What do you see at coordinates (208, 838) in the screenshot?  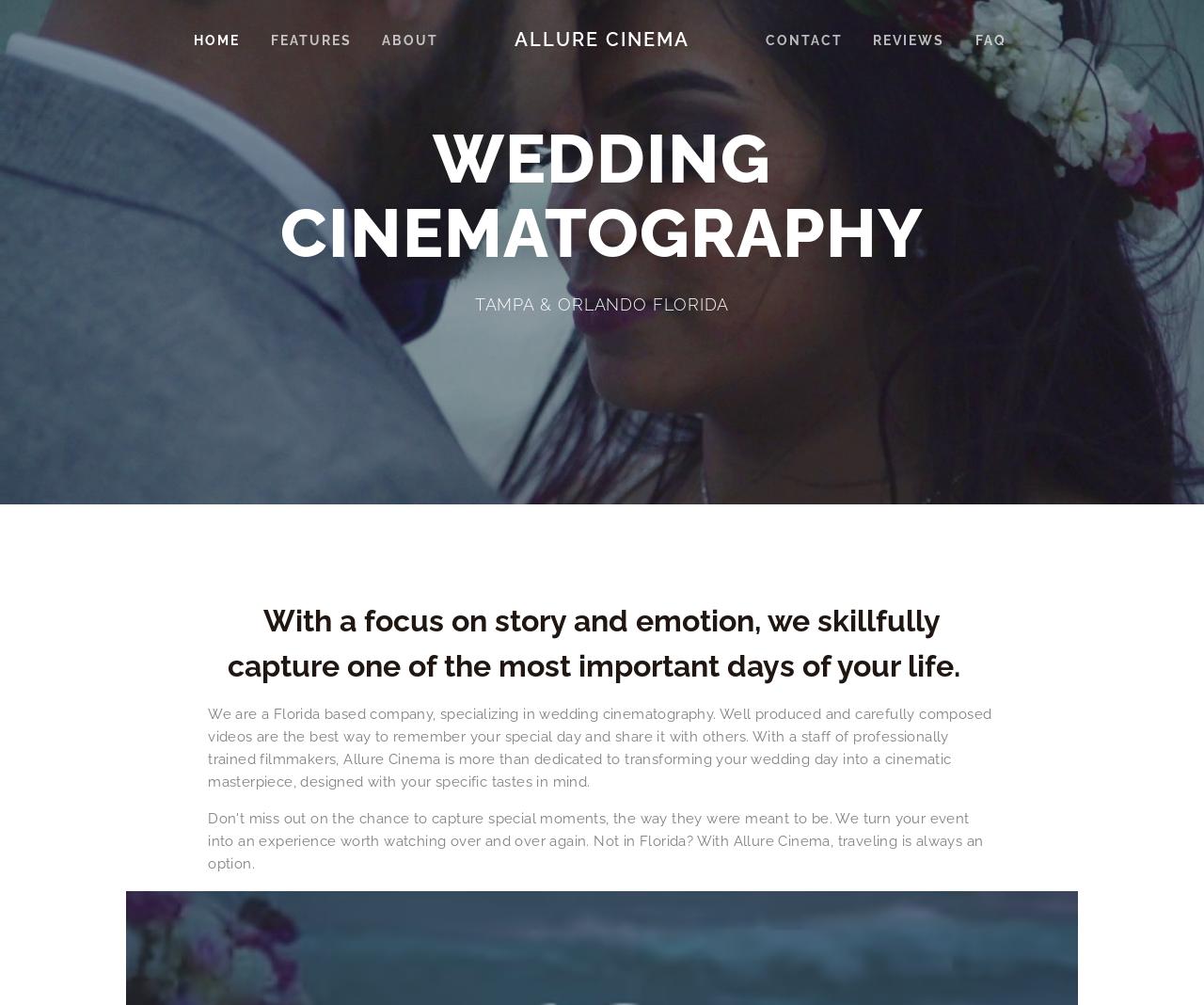 I see `'Don't miss out on the chance to capture special moments, the way they were meant to be. We turn your event into an experience worth watching over and over again. Not in Florida? With Allure Cinema, traveling is always an option.'` at bounding box center [208, 838].